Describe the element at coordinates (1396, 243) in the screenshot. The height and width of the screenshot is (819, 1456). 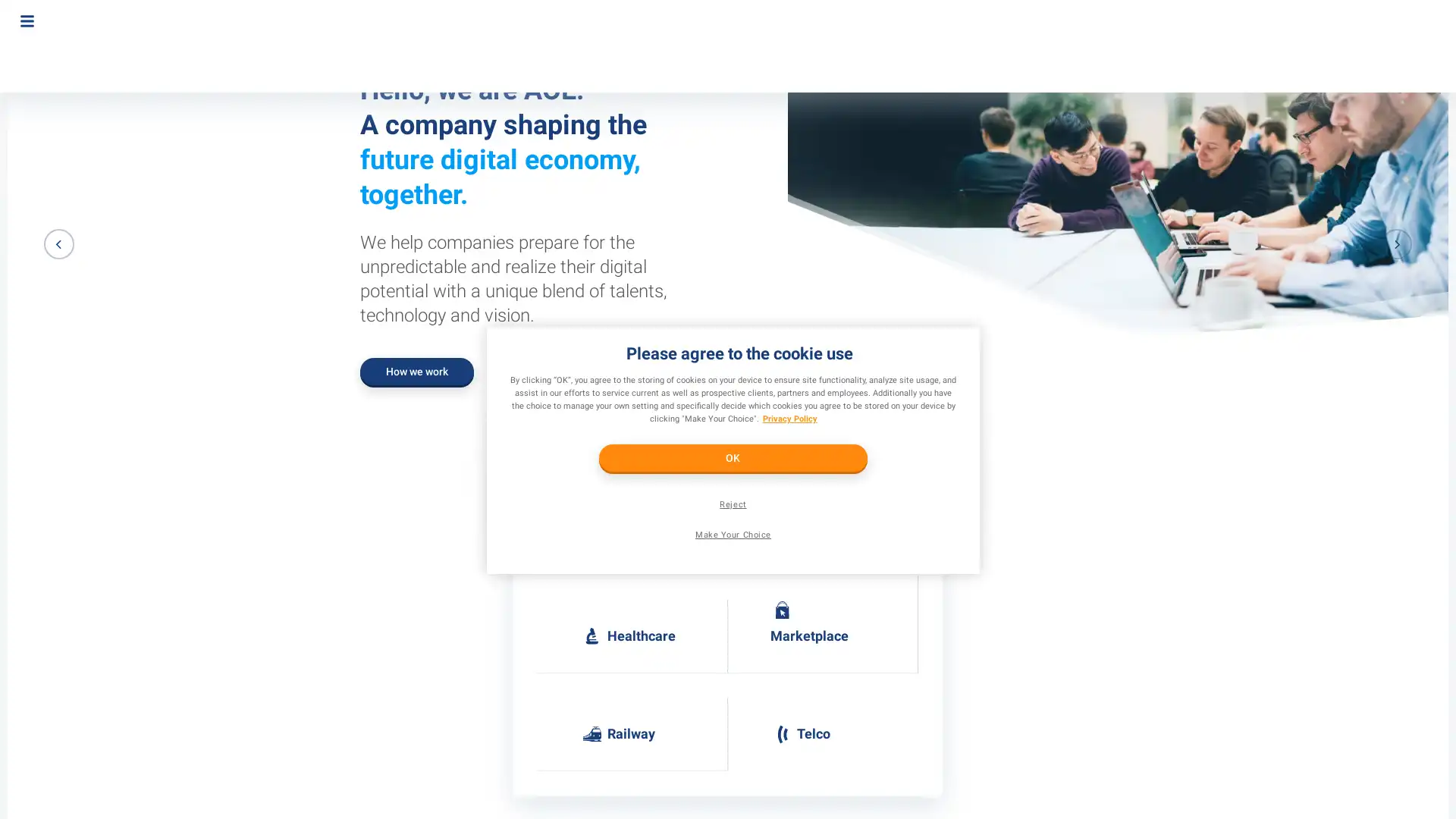
I see `Next` at that location.